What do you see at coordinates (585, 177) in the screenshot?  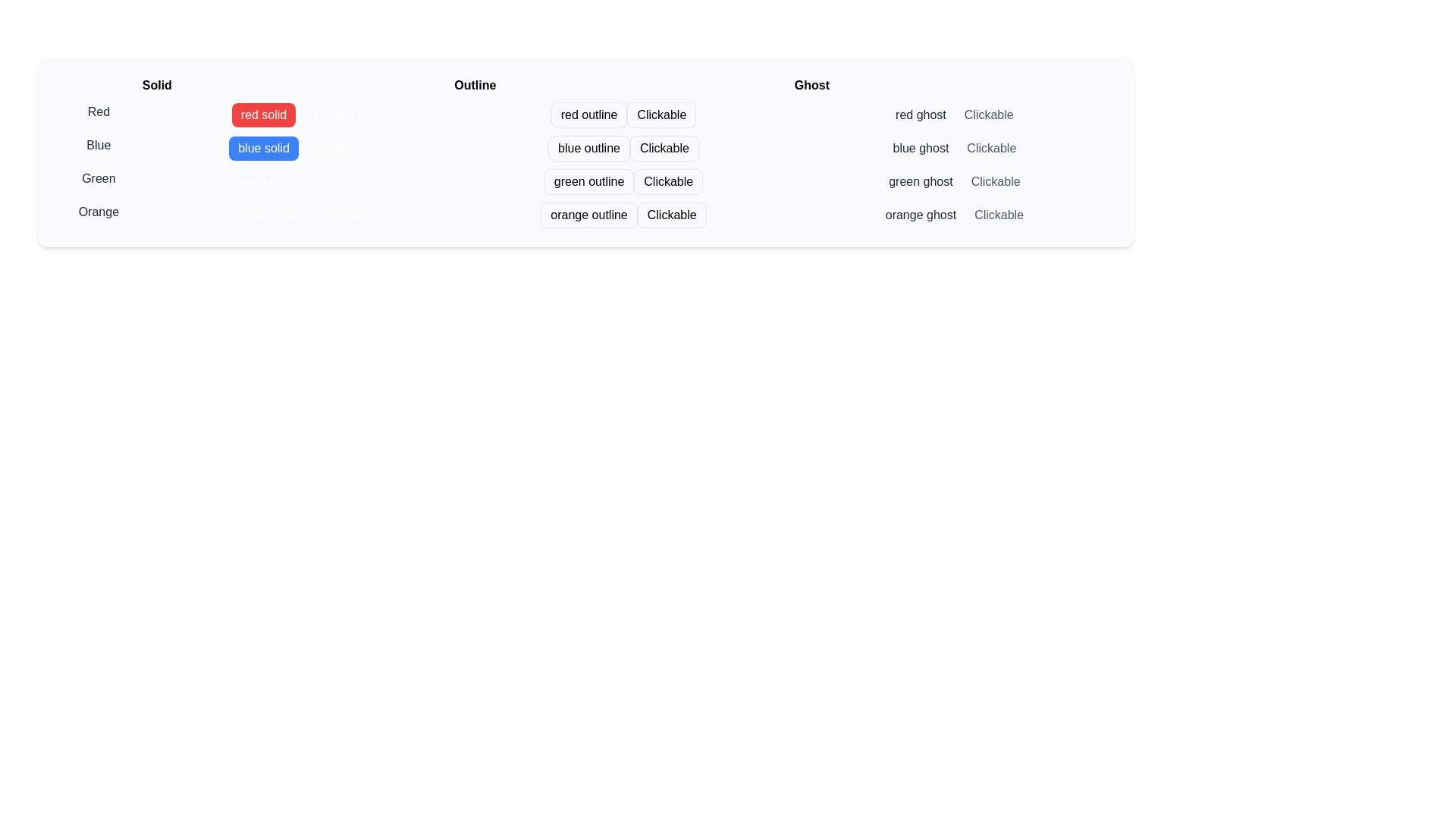 I see `the button labeled 'green outline' which is located in the 'Green' row and 'Outline' column, situated between the 'Solid' and 'Ghost' buttons` at bounding box center [585, 177].